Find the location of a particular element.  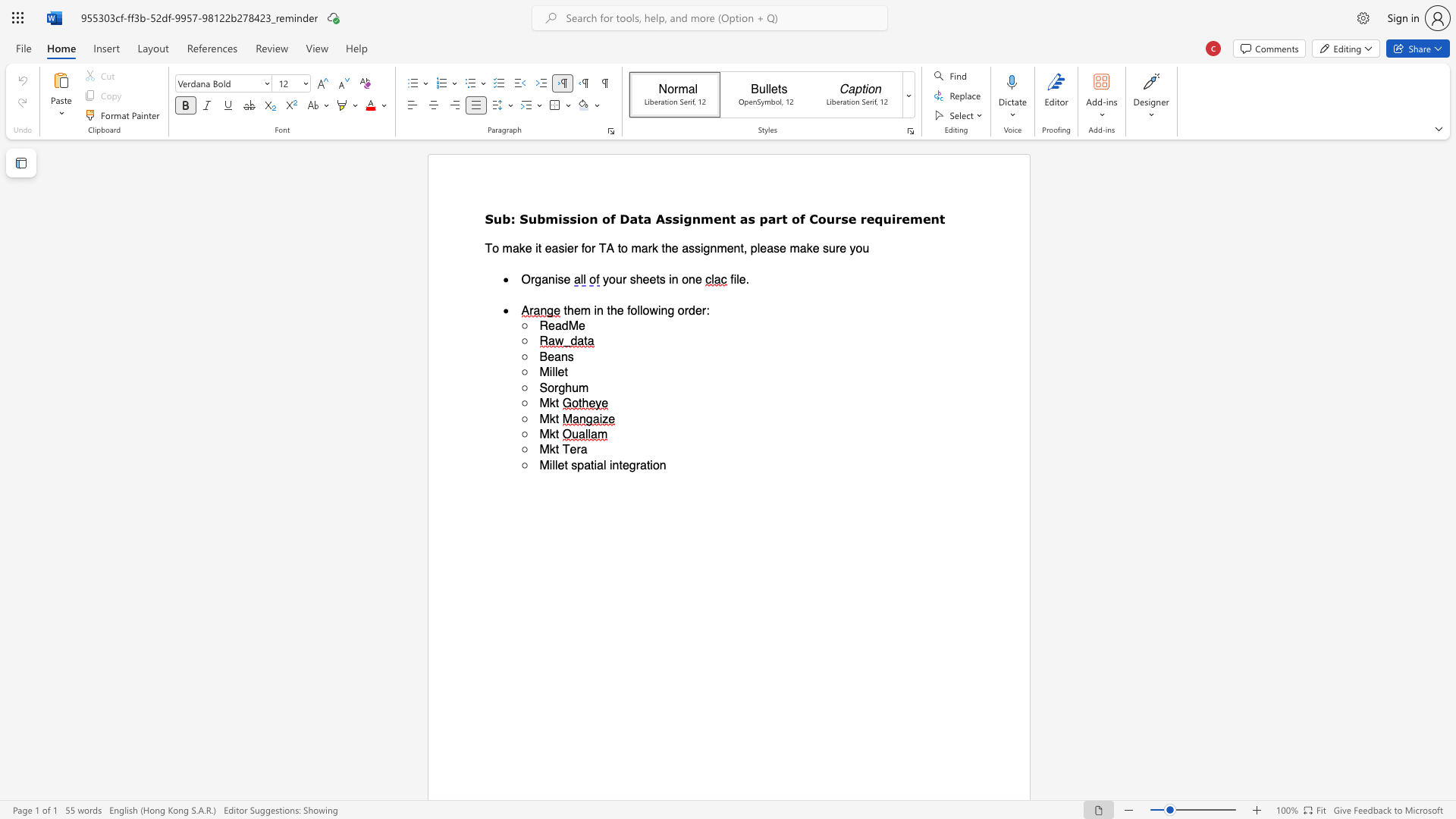

the 1th character "s" in the text is located at coordinates (565, 218).